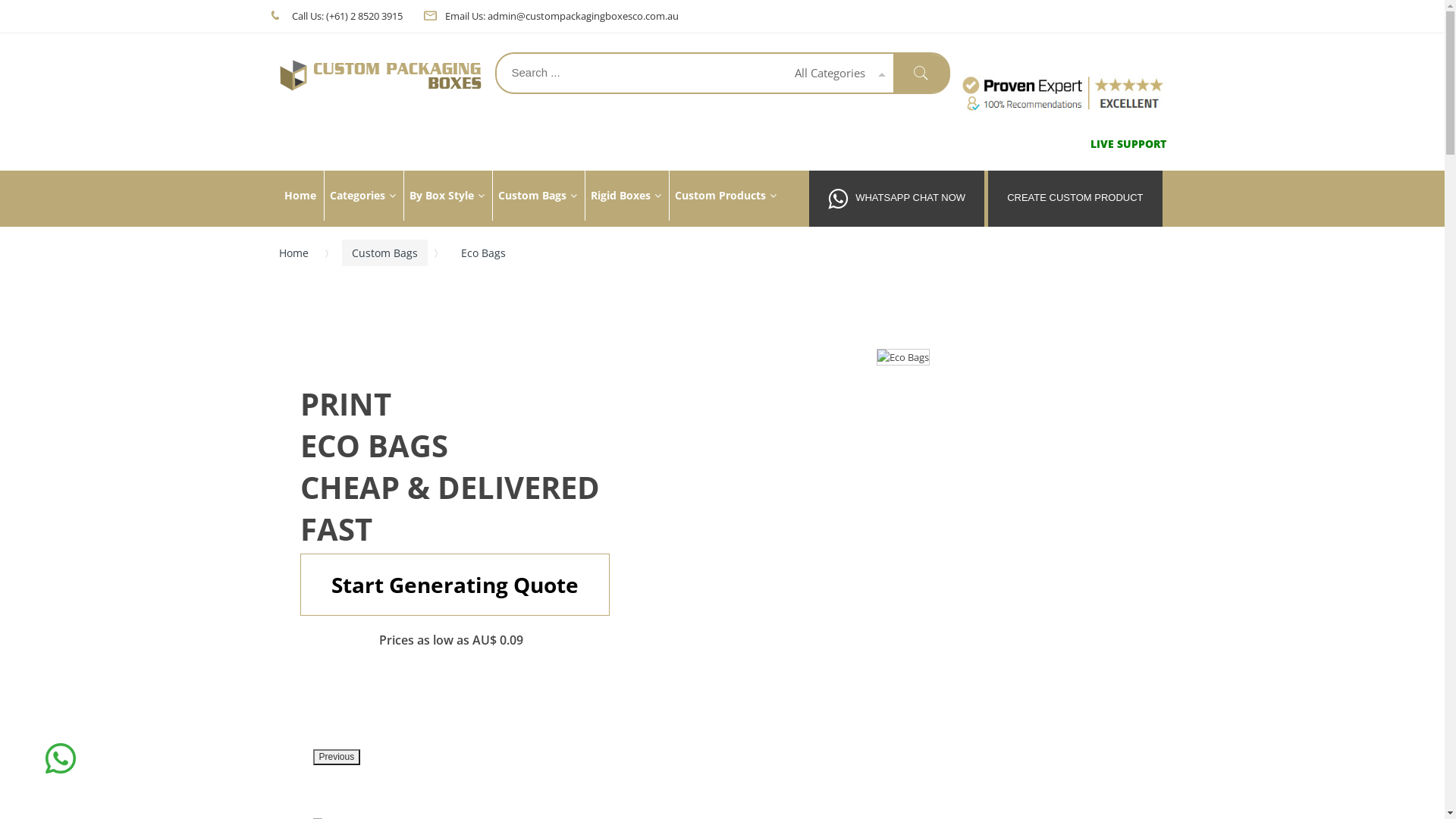 The image size is (1456, 819). What do you see at coordinates (360, 195) in the screenshot?
I see `'Categories'` at bounding box center [360, 195].